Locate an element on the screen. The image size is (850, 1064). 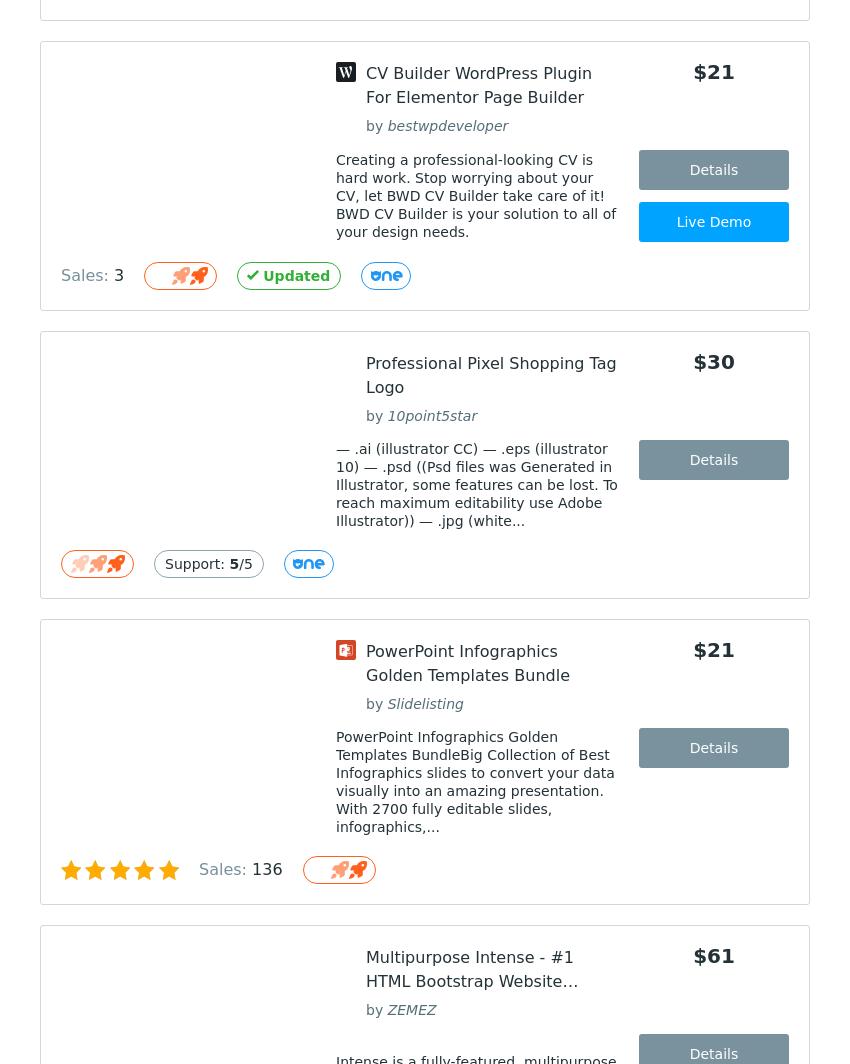
'CV Builder WordPress Plugin For Elementor Page Builder' is located at coordinates (478, 85).